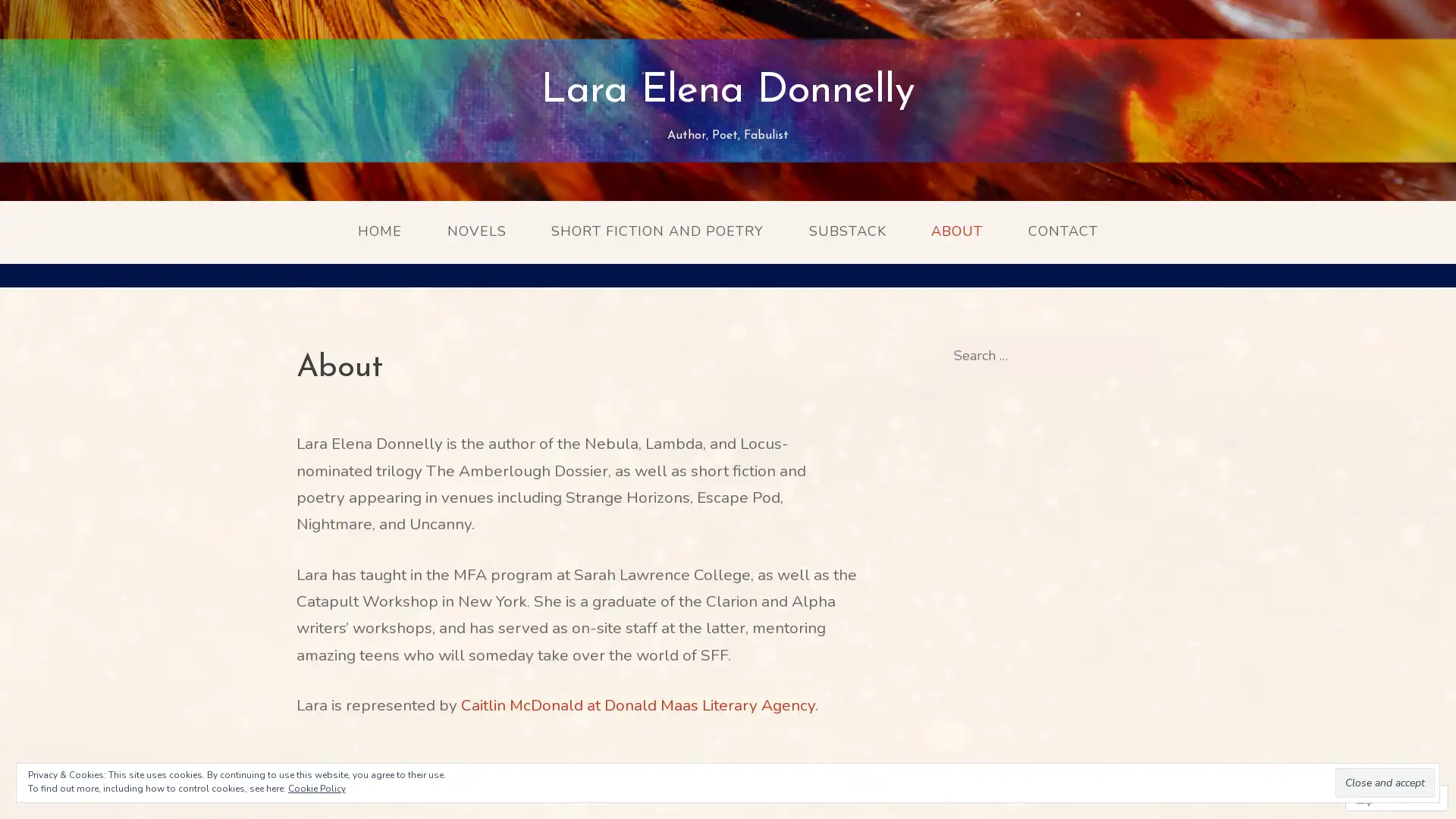 The width and height of the screenshot is (1456, 819). Describe the element at coordinates (1385, 783) in the screenshot. I see `Close and accept` at that location.